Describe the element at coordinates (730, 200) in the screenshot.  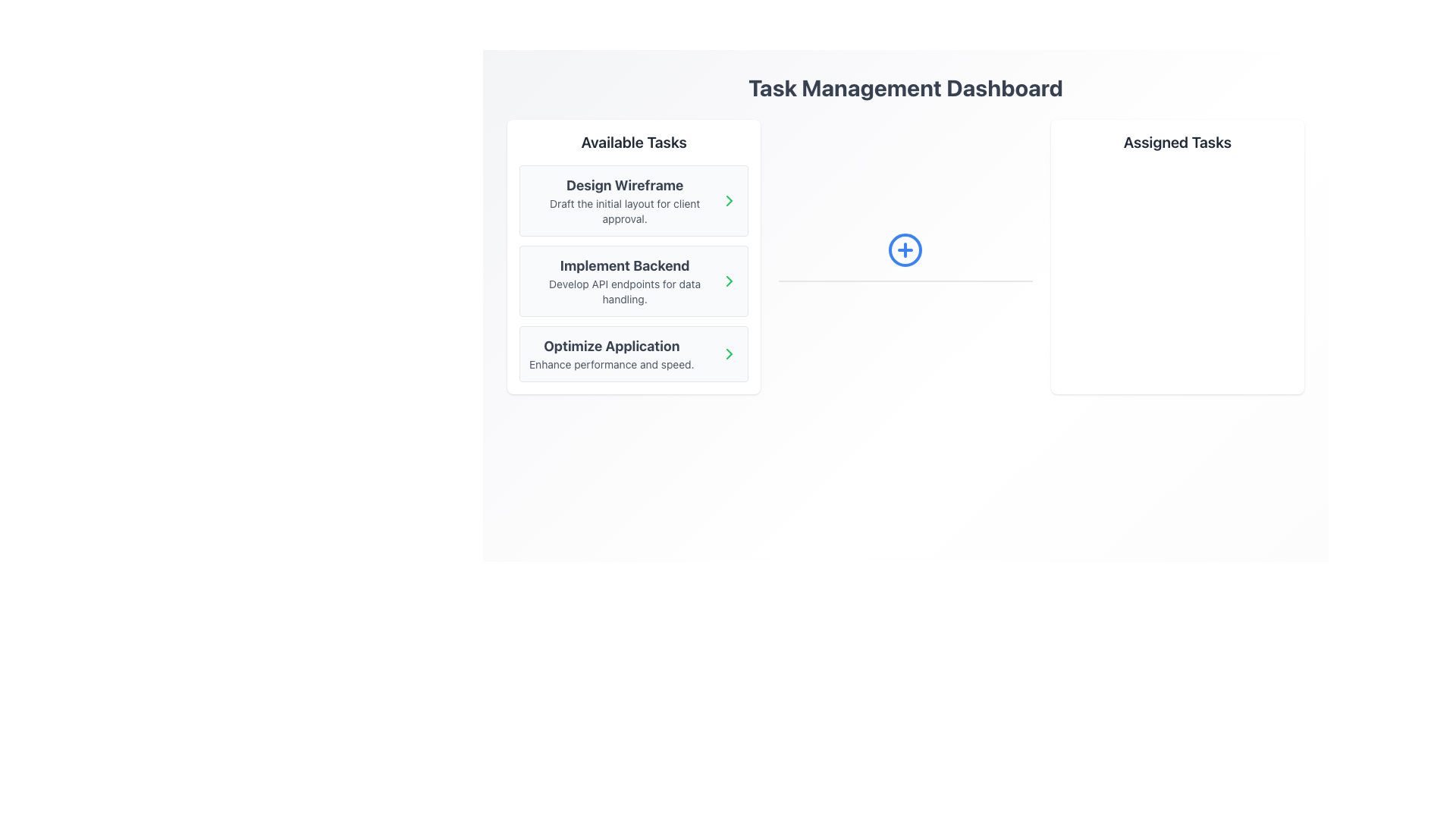
I see `the green right-pointing chevron icon at the right edge of the 'Design Wireframe' task card to change its color` at that location.